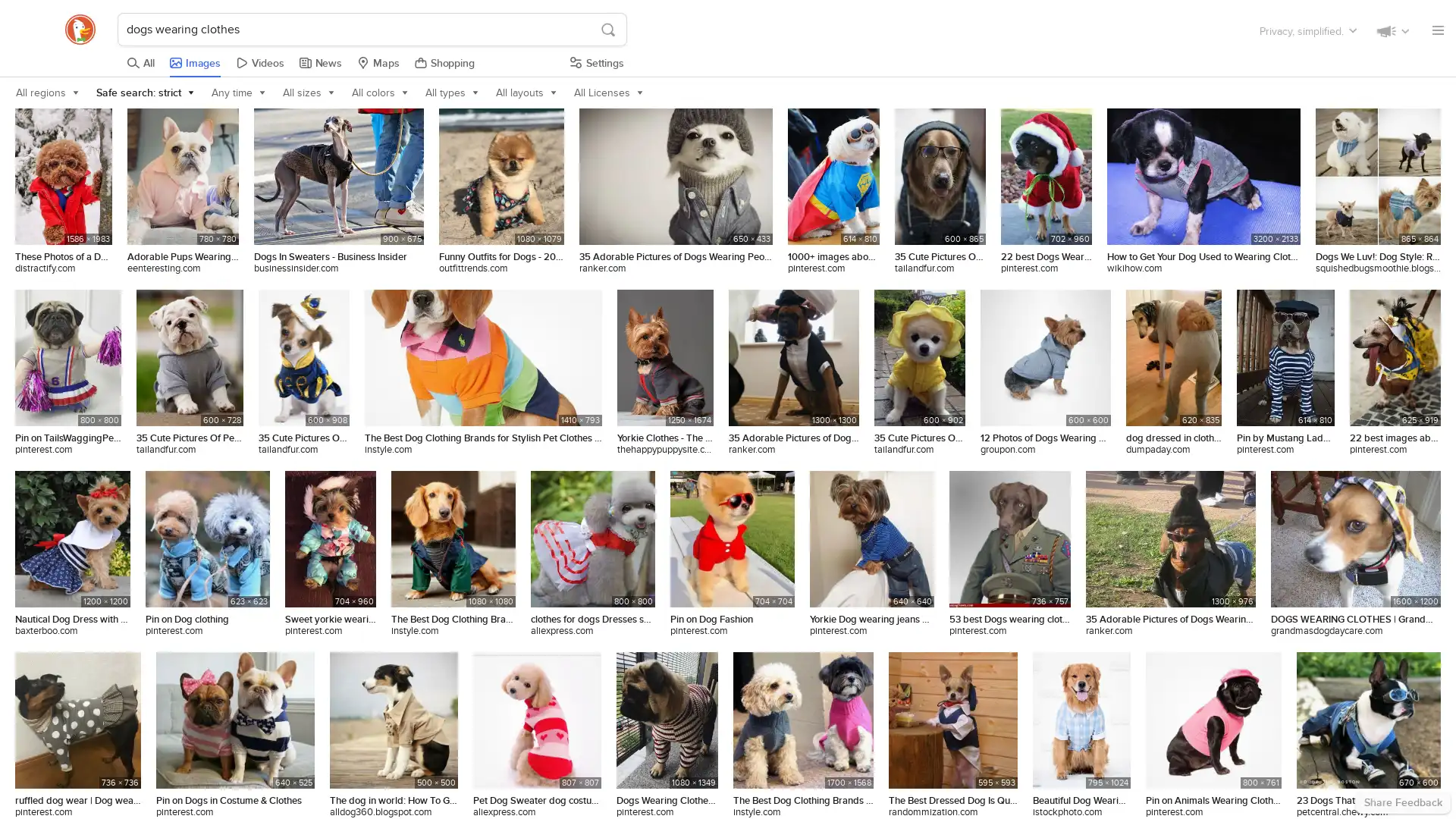  What do you see at coordinates (1386, 31) in the screenshot?
I see `Keep in touch` at bounding box center [1386, 31].